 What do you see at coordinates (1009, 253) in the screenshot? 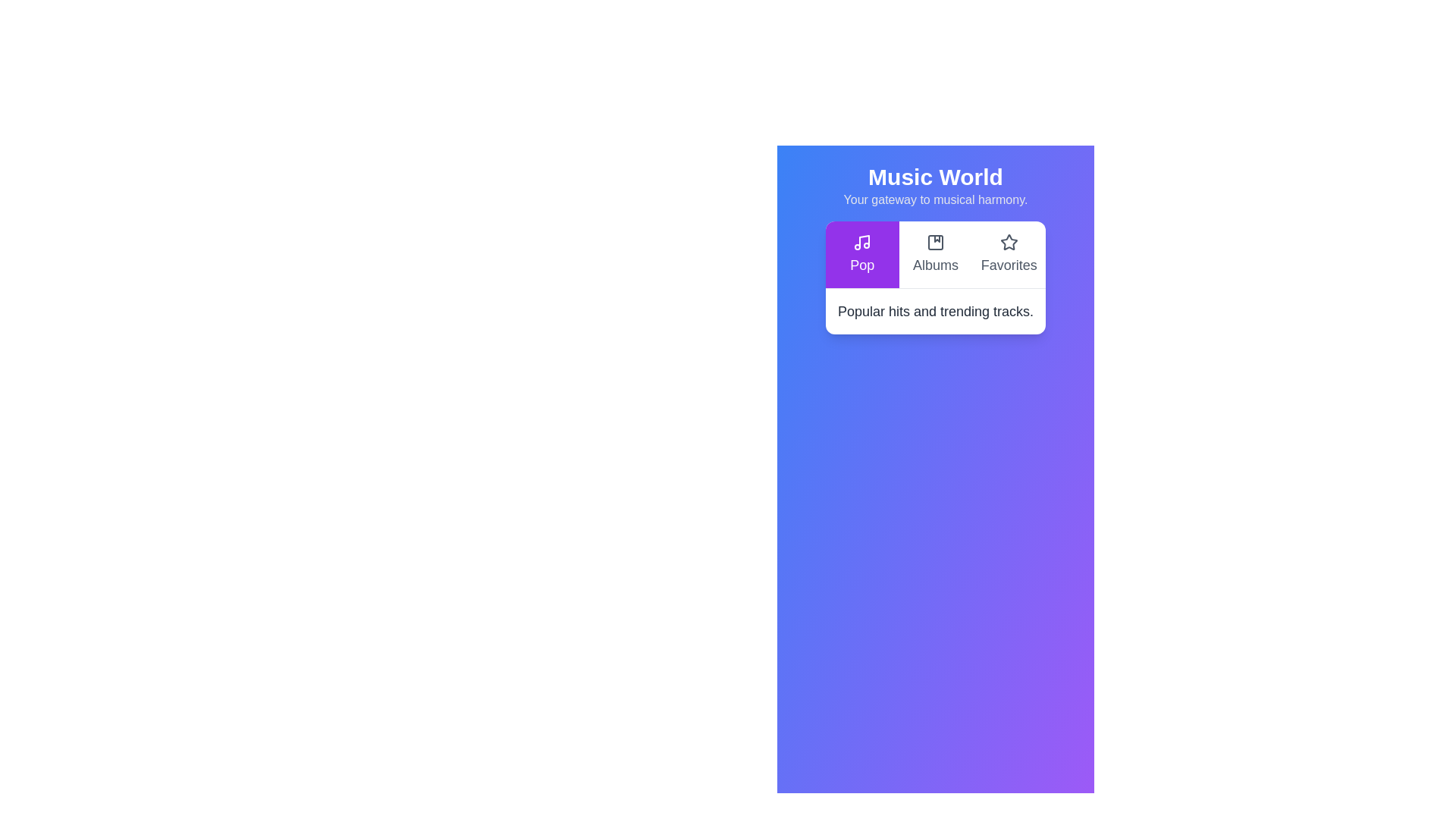
I see `the genre Favorites by clicking on its button` at bounding box center [1009, 253].